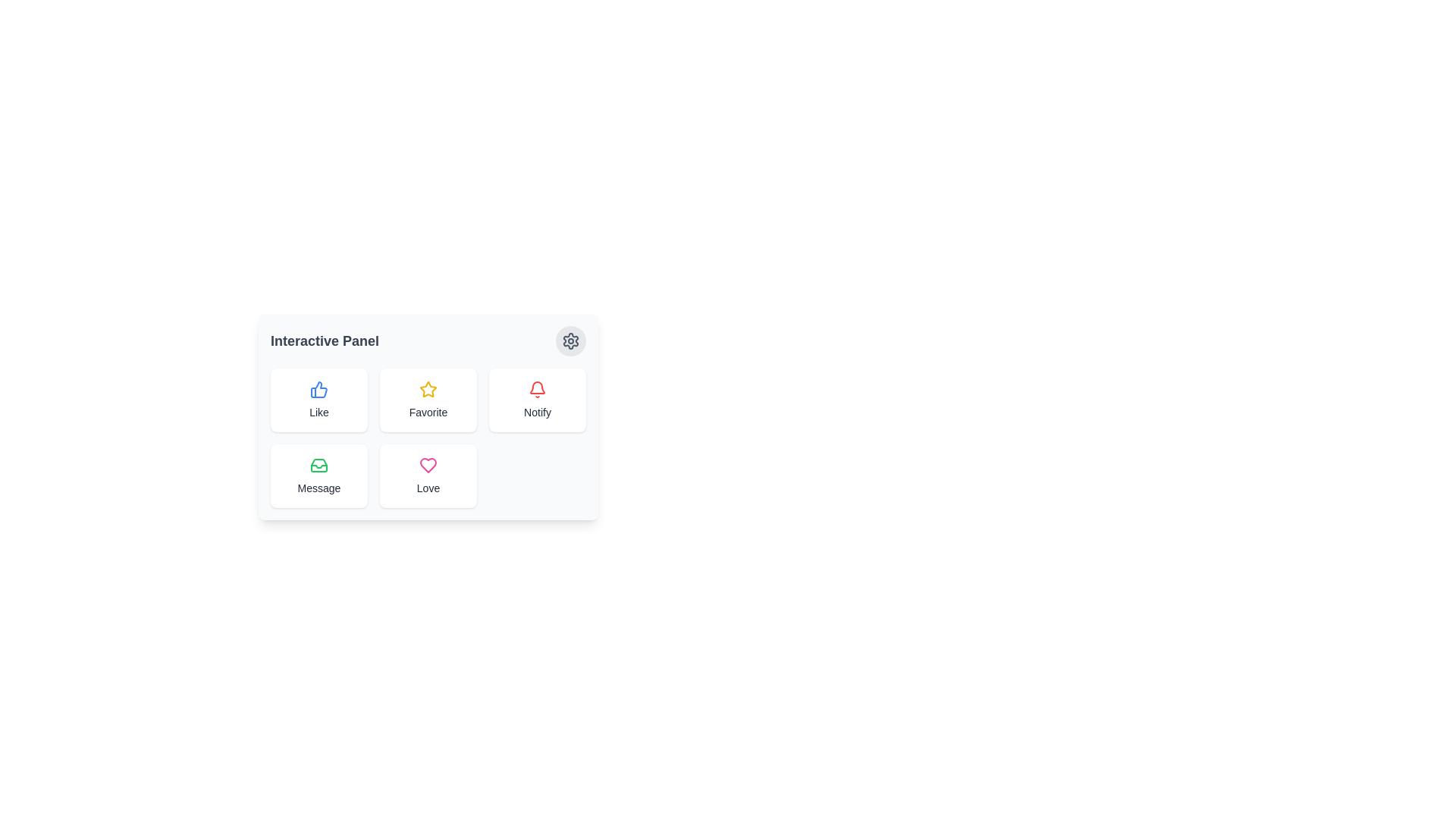 The image size is (1456, 819). Describe the element at coordinates (428, 464) in the screenshot. I see `the 'Love' icon located at the center of the rectangular card in the bottom-right area of the grid` at that location.